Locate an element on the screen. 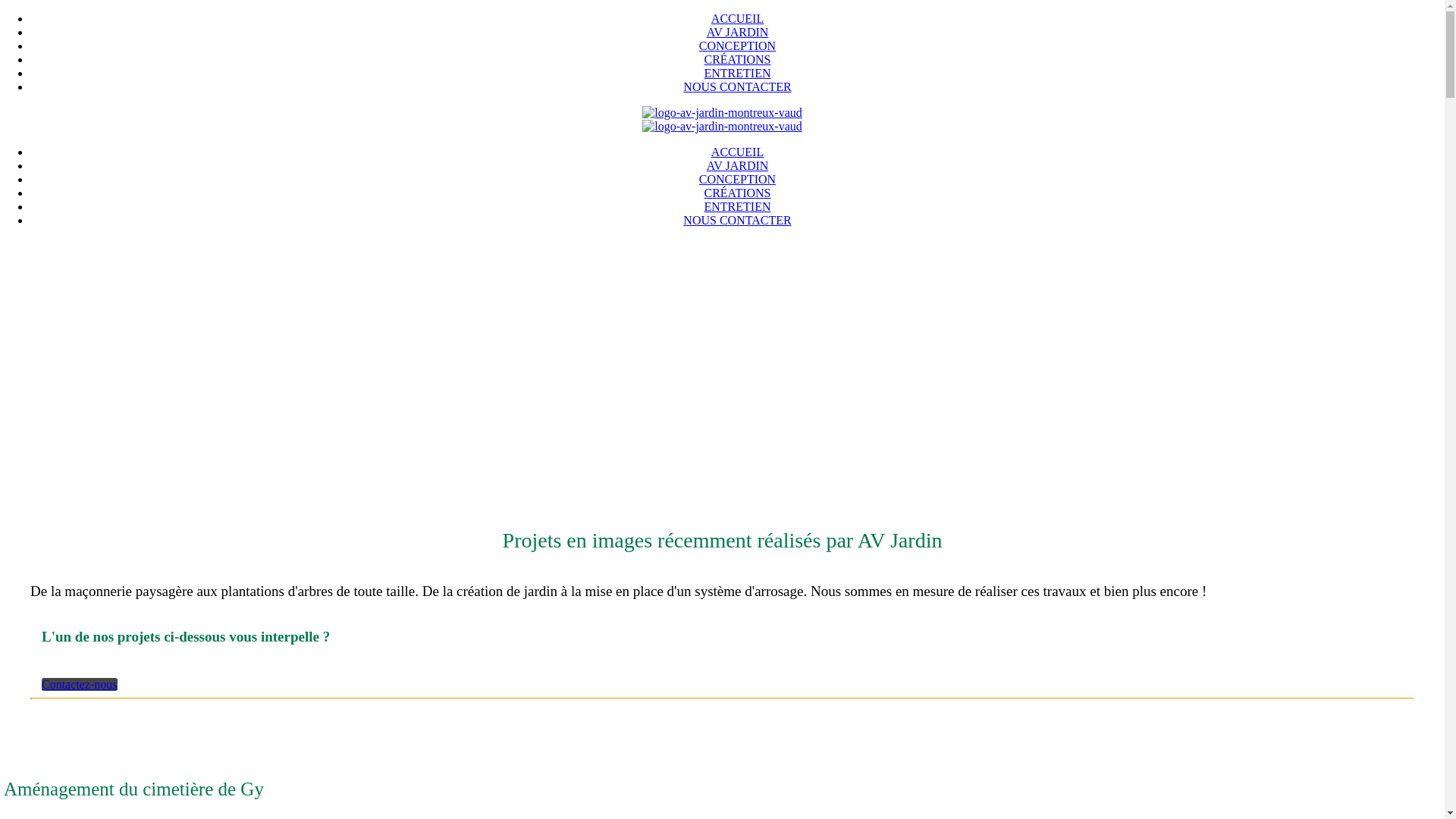 Image resolution: width=1456 pixels, height=819 pixels. 'CONCEPTION' is located at coordinates (698, 45).